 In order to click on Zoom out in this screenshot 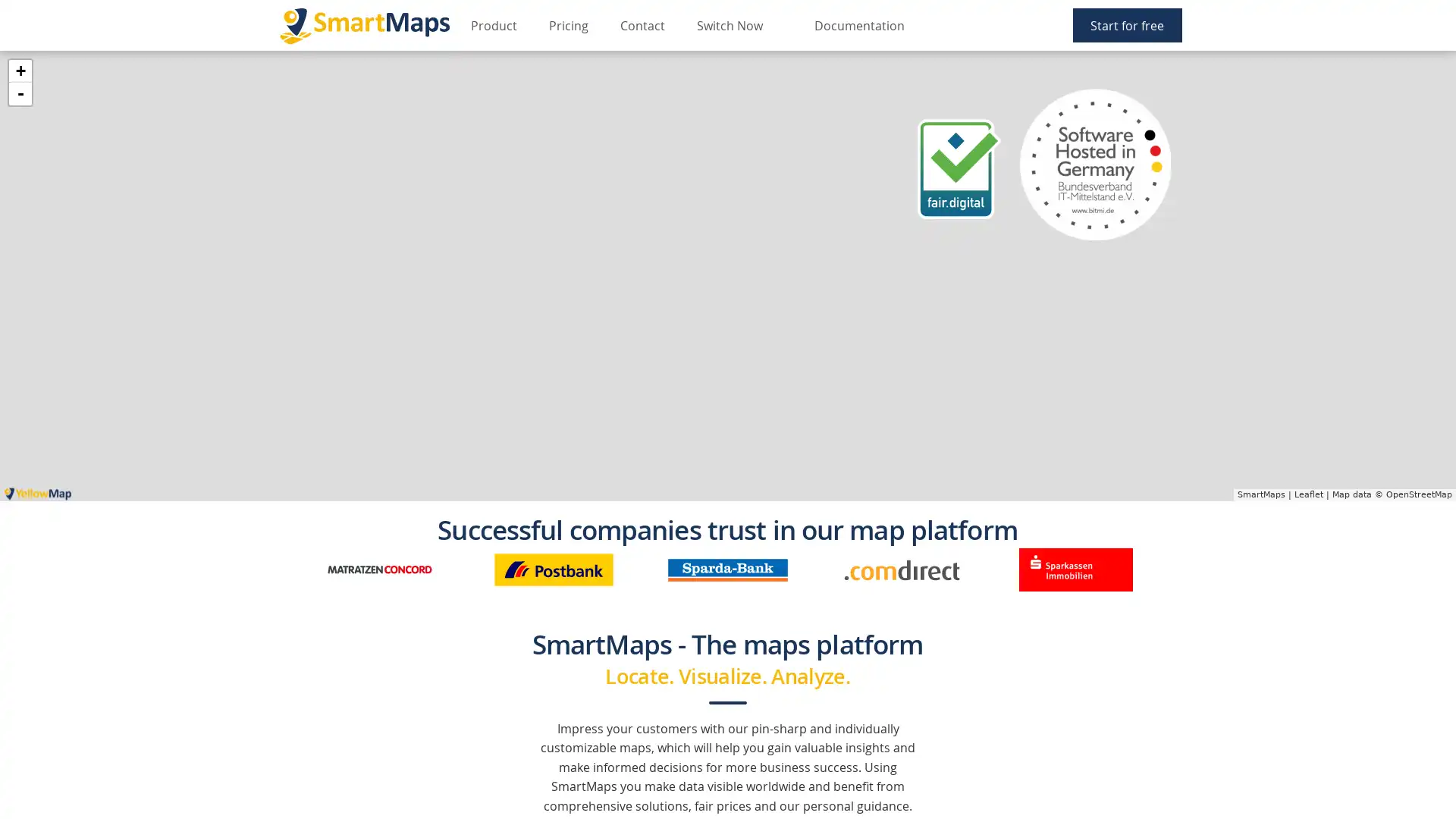, I will do `click(20, 93)`.